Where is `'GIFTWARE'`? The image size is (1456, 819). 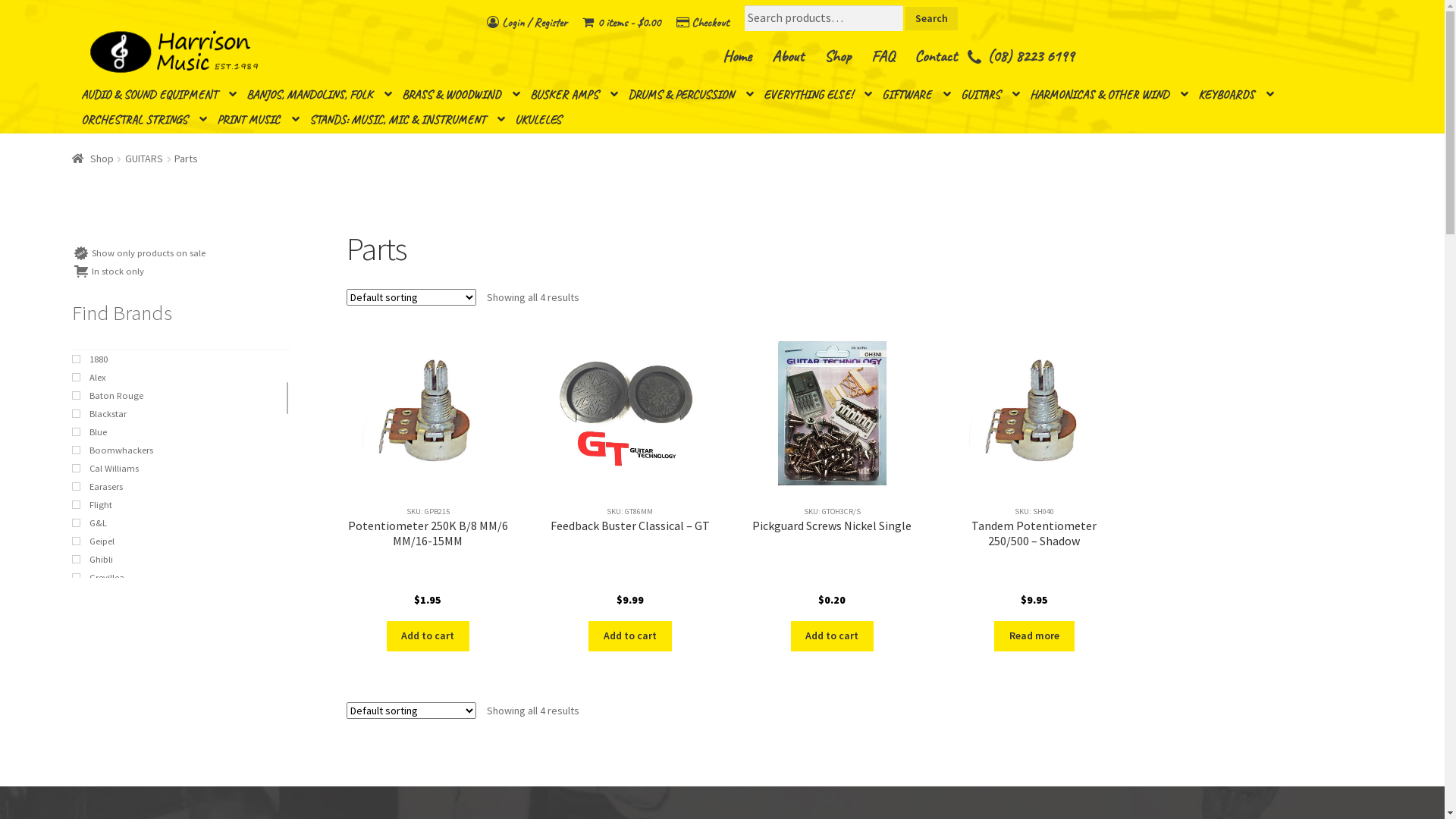
'GIFTWARE' is located at coordinates (915, 95).